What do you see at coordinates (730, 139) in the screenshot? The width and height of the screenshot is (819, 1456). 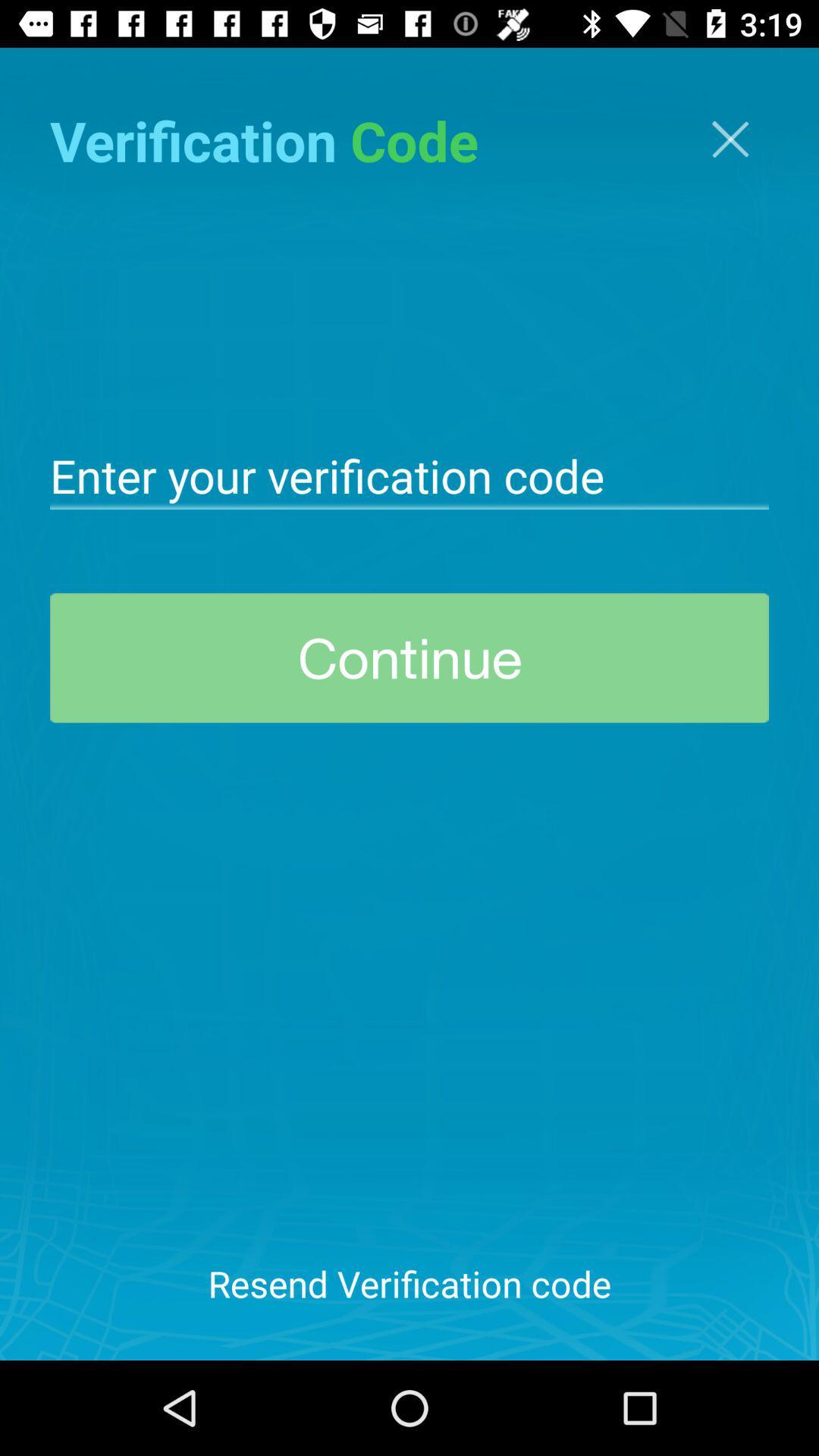 I see `the icon next to the verification code` at bounding box center [730, 139].